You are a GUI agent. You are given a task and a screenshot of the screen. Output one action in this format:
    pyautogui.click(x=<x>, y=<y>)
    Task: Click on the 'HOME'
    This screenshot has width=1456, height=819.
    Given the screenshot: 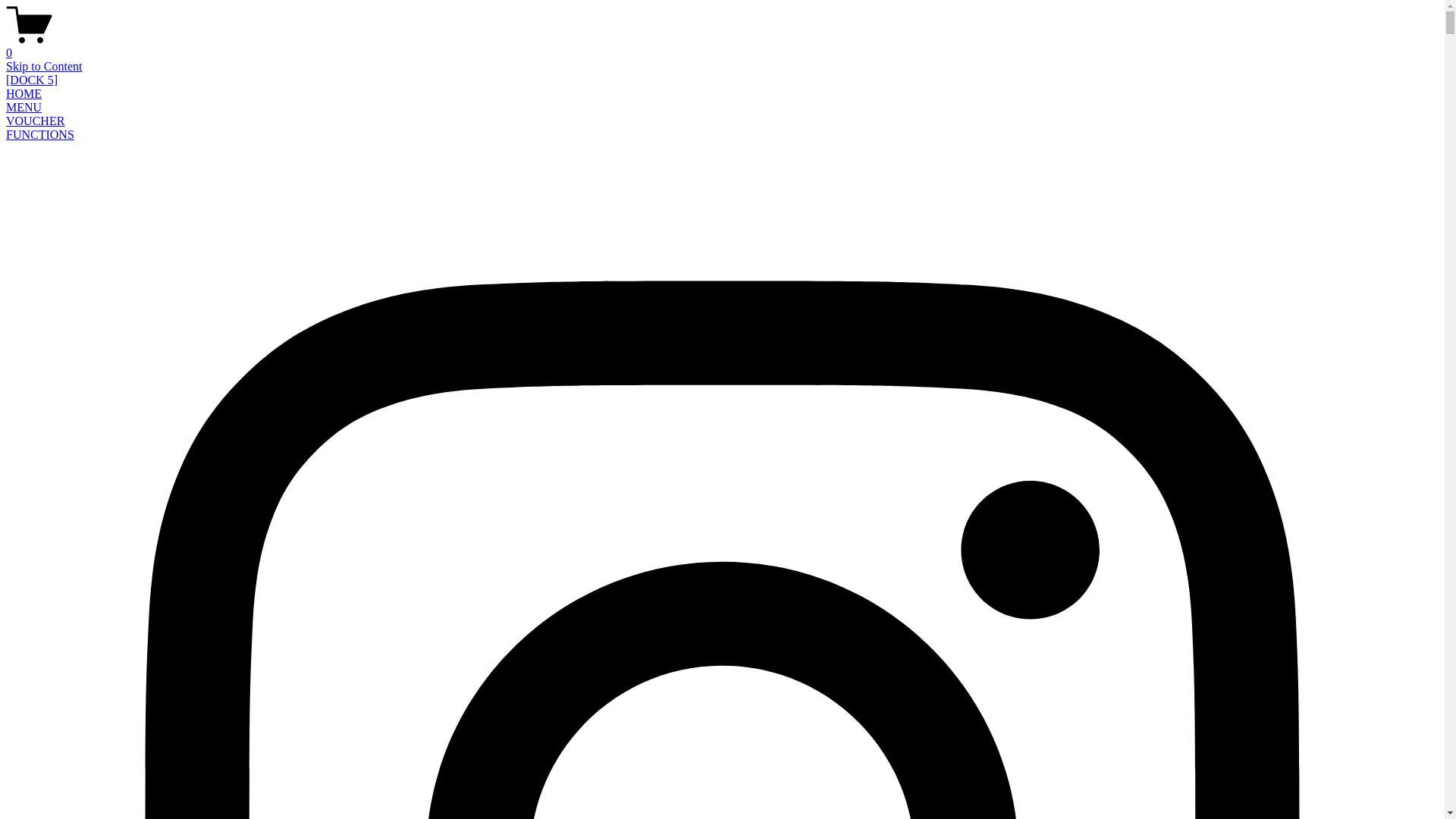 What is the action you would take?
    pyautogui.click(x=24, y=93)
    